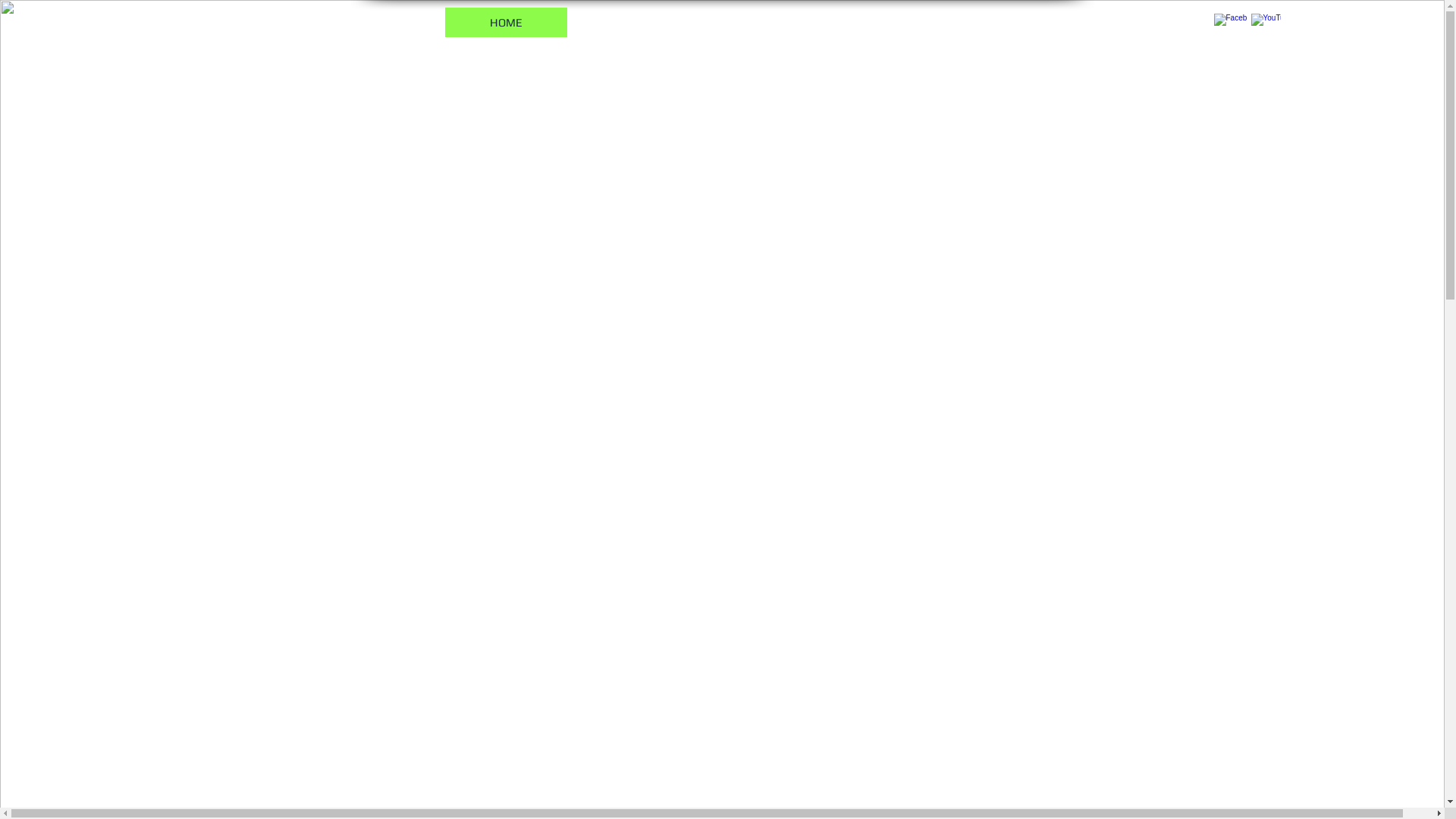 The image size is (1456, 819). I want to click on '3 FAT CATS', so click(641, 22).